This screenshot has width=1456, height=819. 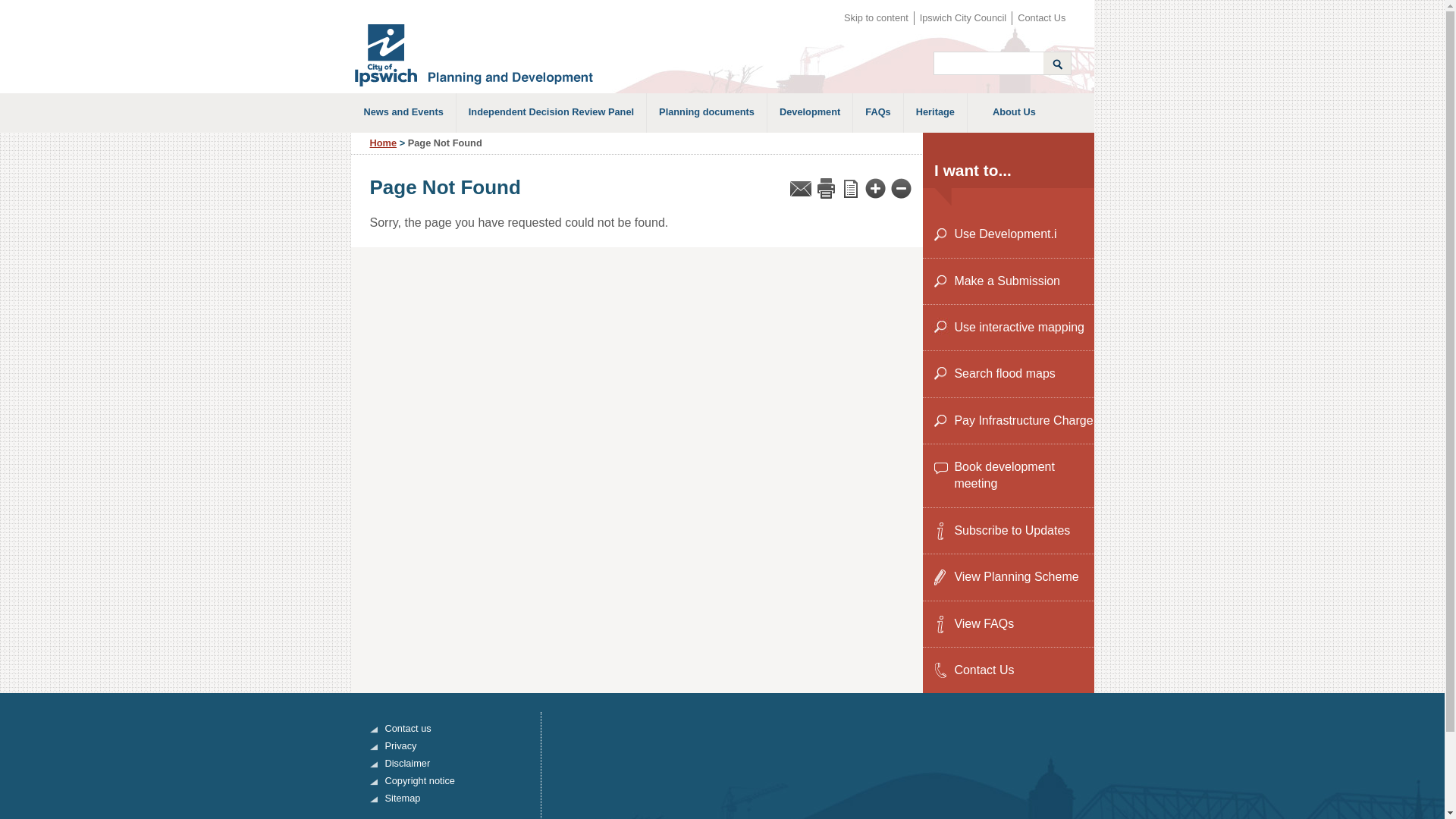 What do you see at coordinates (967, 112) in the screenshot?
I see `'About Us'` at bounding box center [967, 112].